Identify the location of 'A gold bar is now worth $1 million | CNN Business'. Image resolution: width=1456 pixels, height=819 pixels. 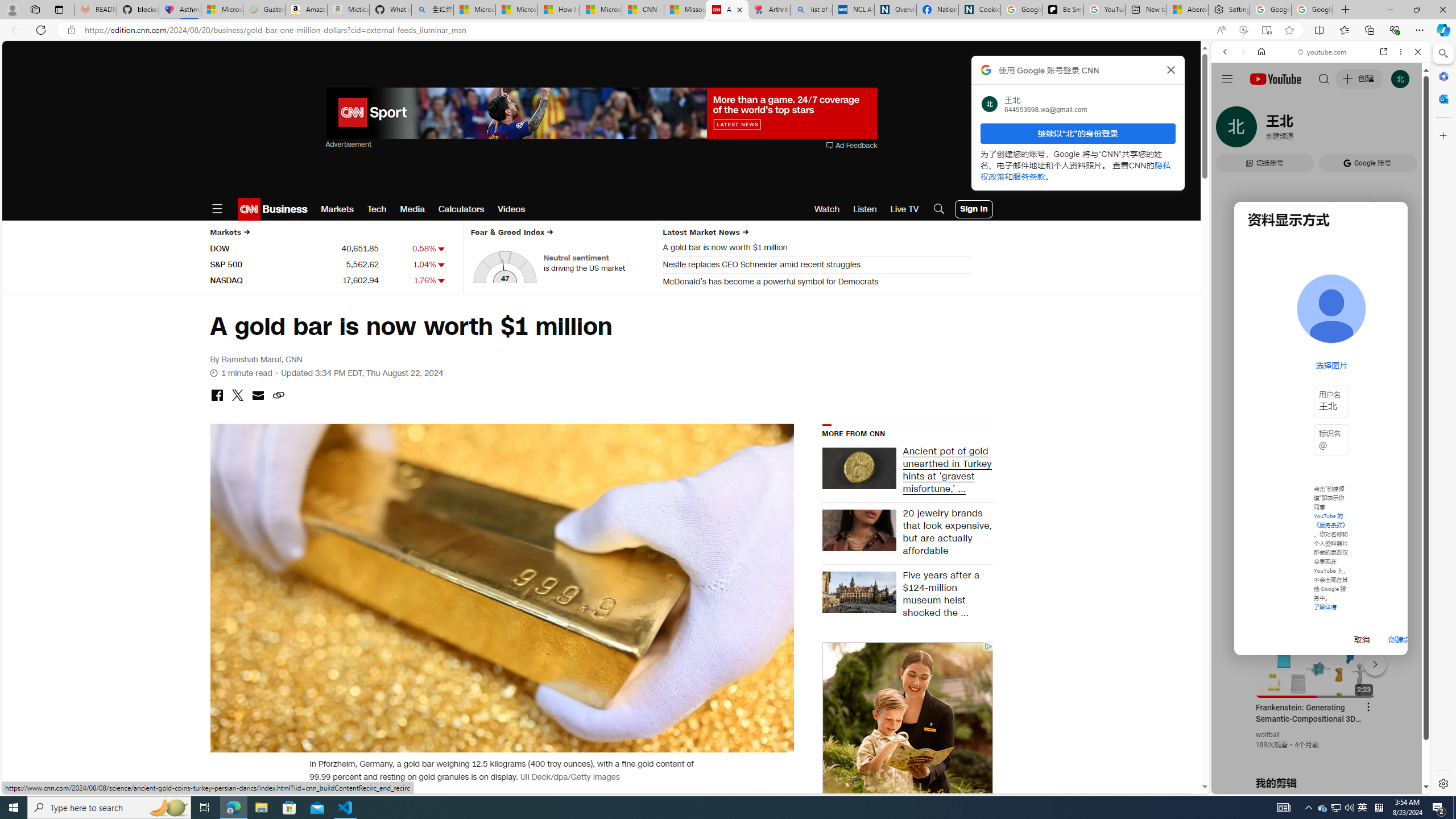
(726, 9).